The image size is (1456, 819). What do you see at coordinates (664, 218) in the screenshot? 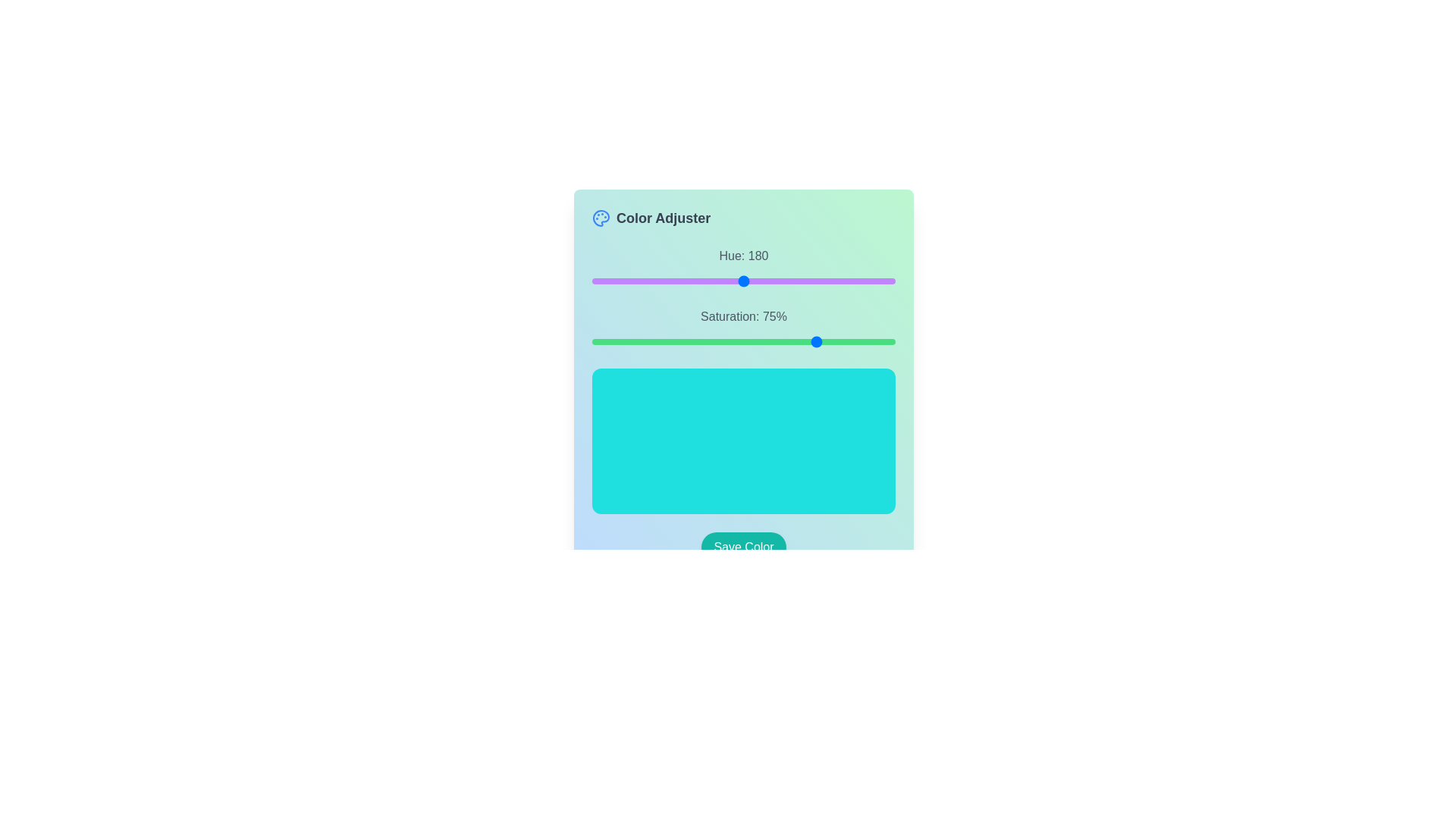
I see `text from the header text label positioned to the right of the palette icon in the user interface` at bounding box center [664, 218].